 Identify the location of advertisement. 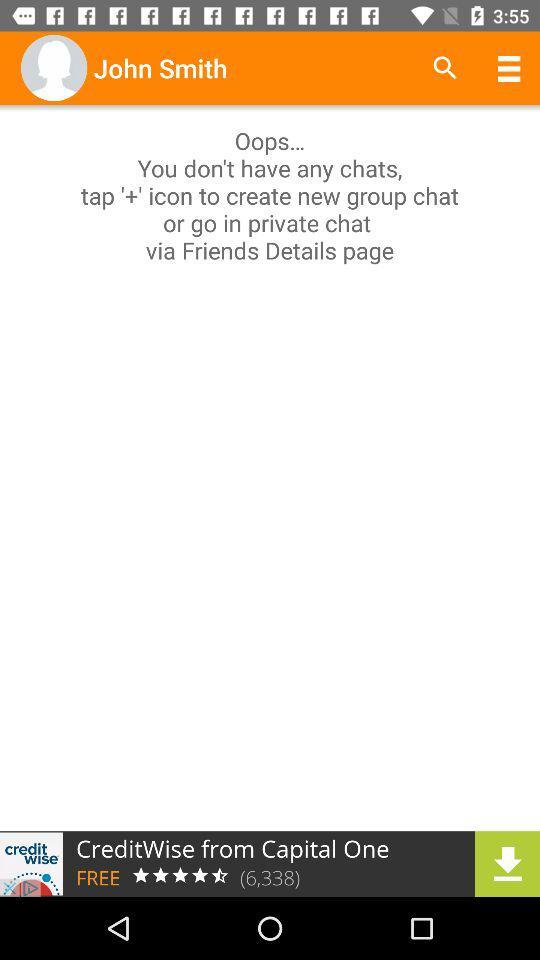
(270, 863).